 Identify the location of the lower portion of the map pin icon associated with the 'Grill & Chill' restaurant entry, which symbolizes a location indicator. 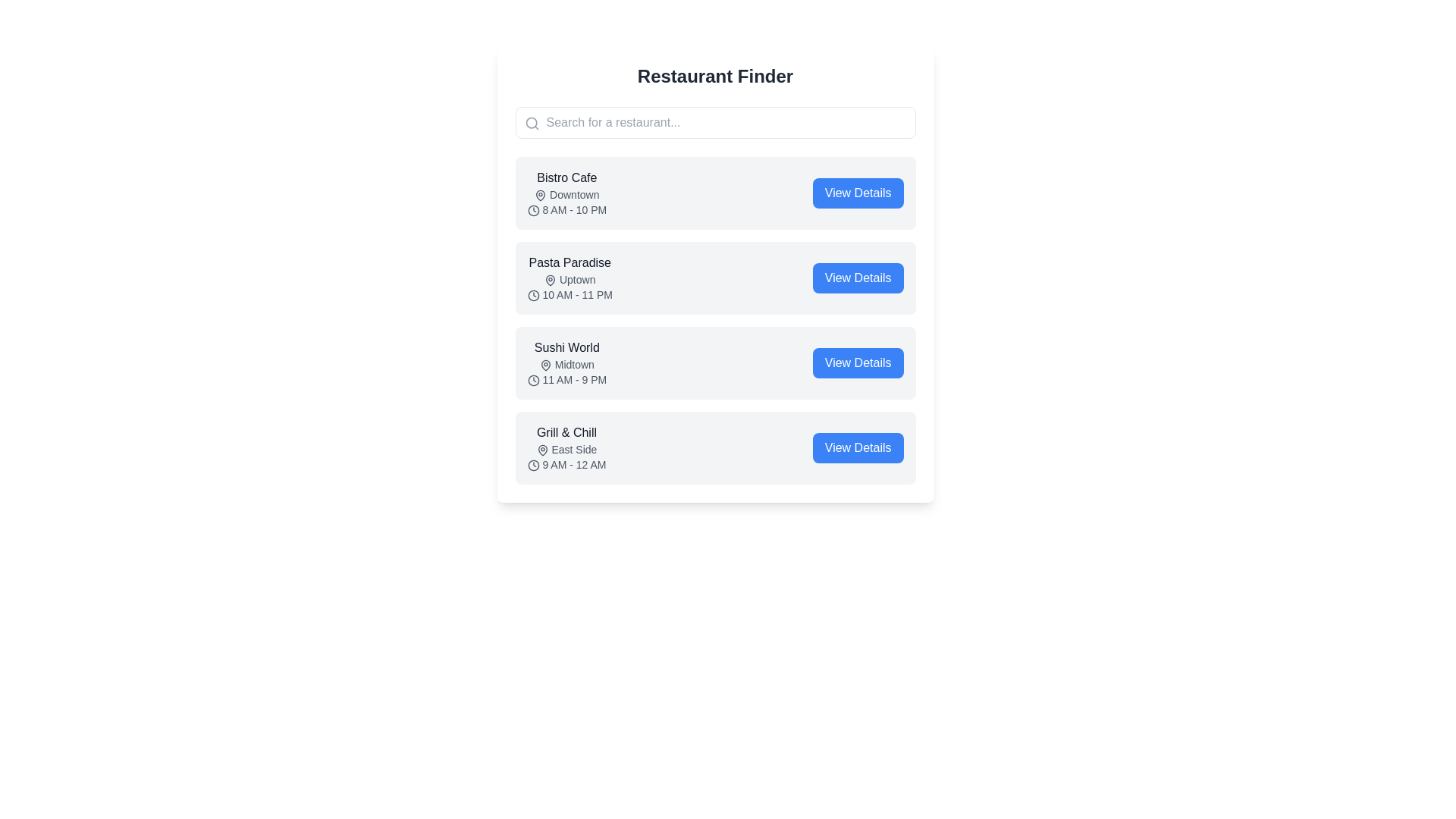
(542, 450).